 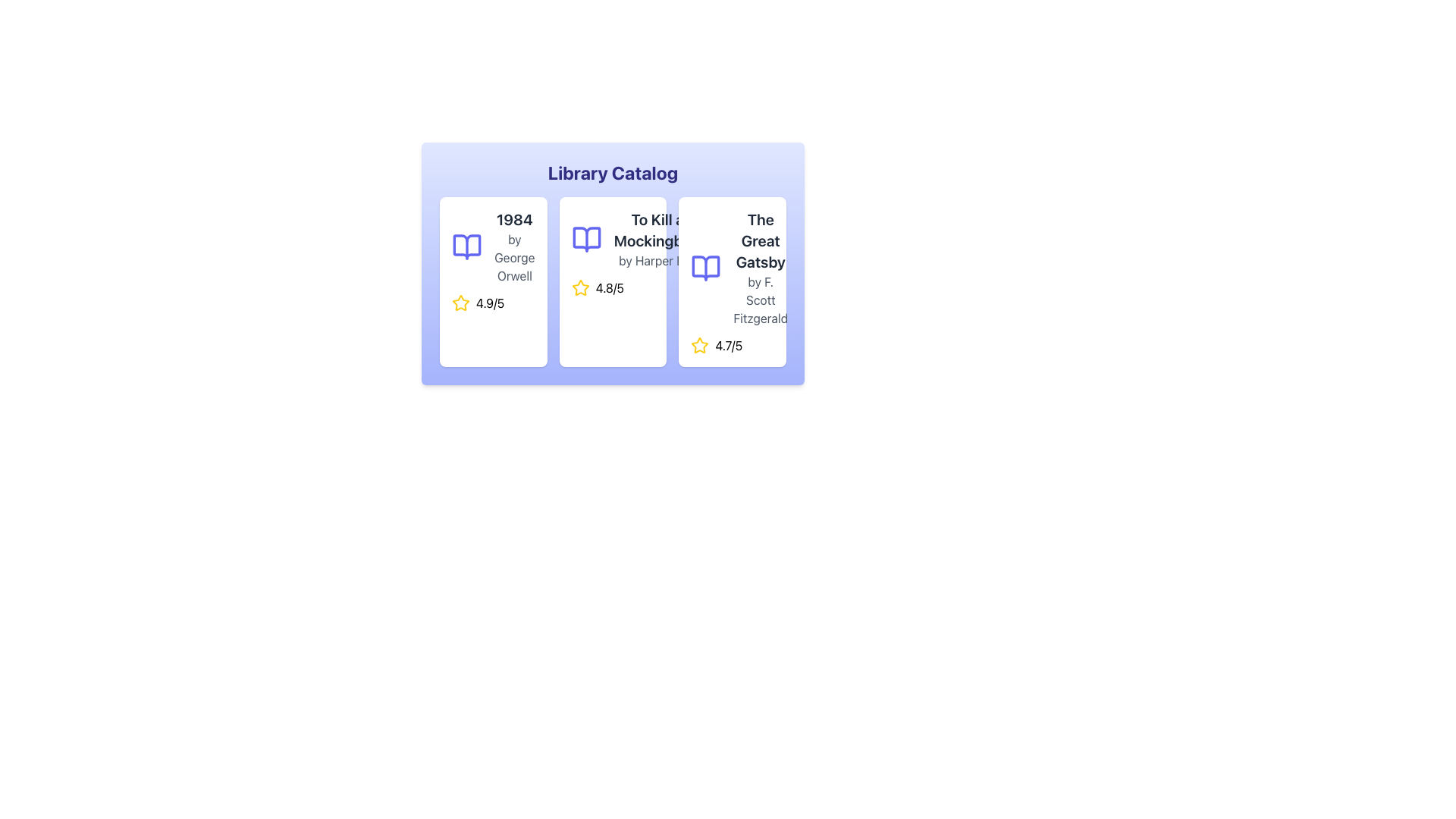 What do you see at coordinates (733, 345) in the screenshot?
I see `rating displayed as '4.7/5' next to the yellow star icon in the rating display of the last card for 'The Great Gatsby' by F. Scott Fitzgerald` at bounding box center [733, 345].